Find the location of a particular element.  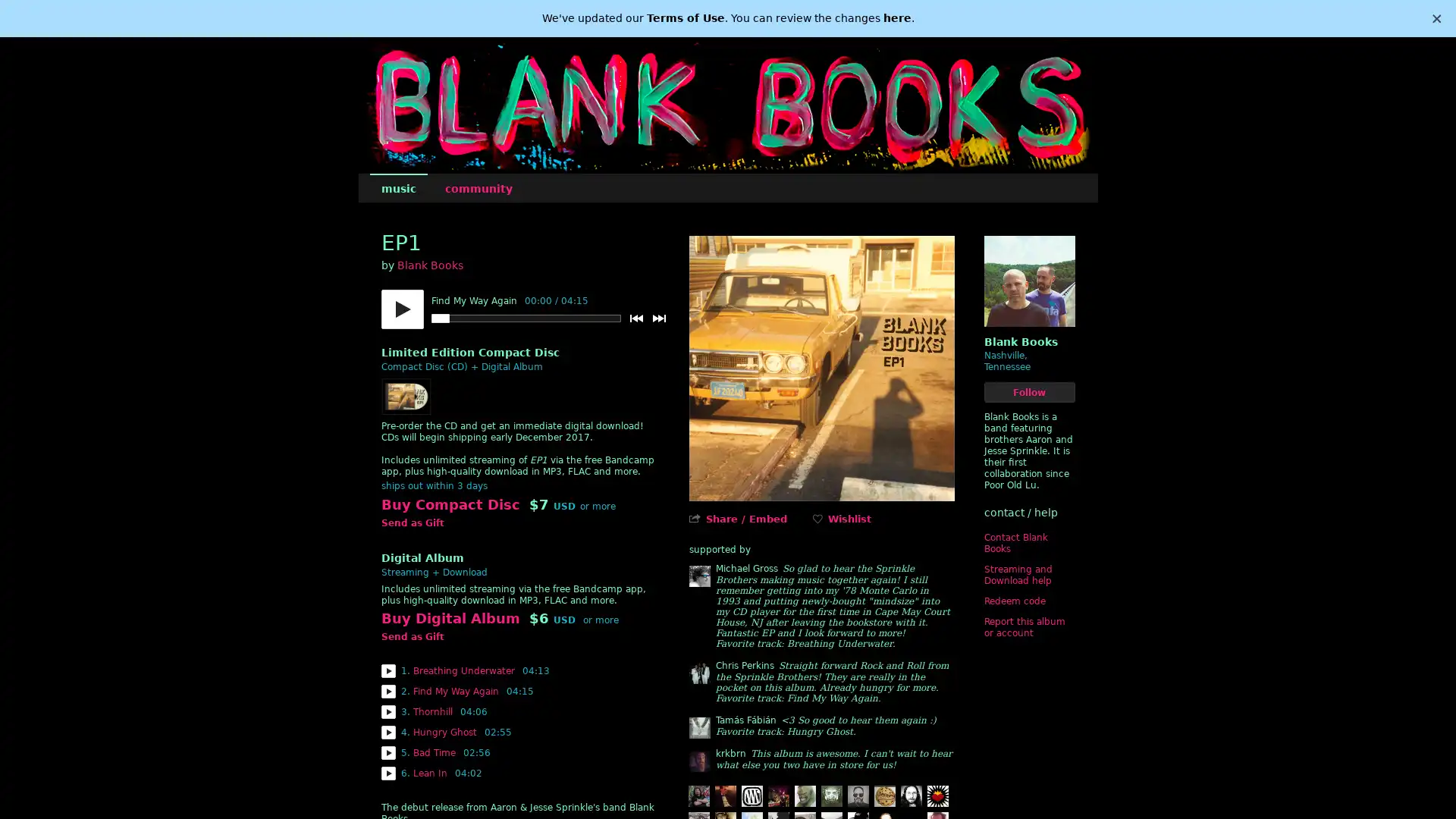

Send as Gift is located at coordinates (412, 522).